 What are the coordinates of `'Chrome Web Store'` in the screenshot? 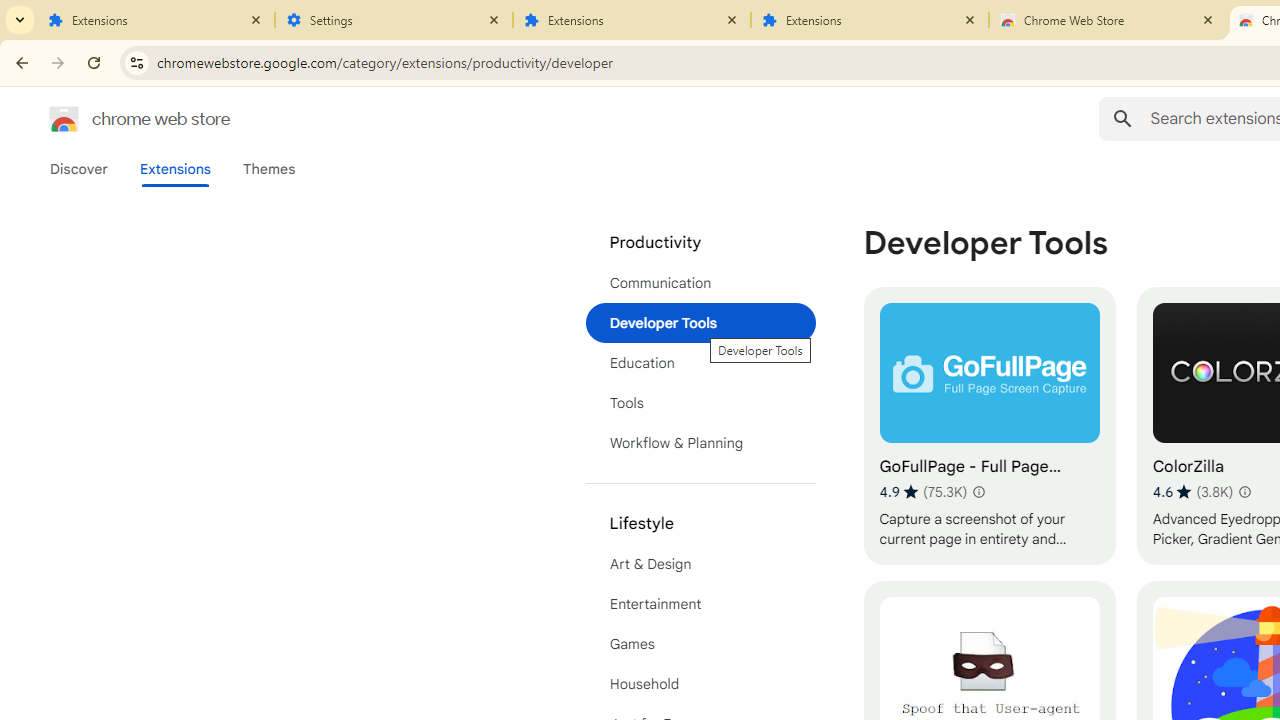 It's located at (1107, 20).